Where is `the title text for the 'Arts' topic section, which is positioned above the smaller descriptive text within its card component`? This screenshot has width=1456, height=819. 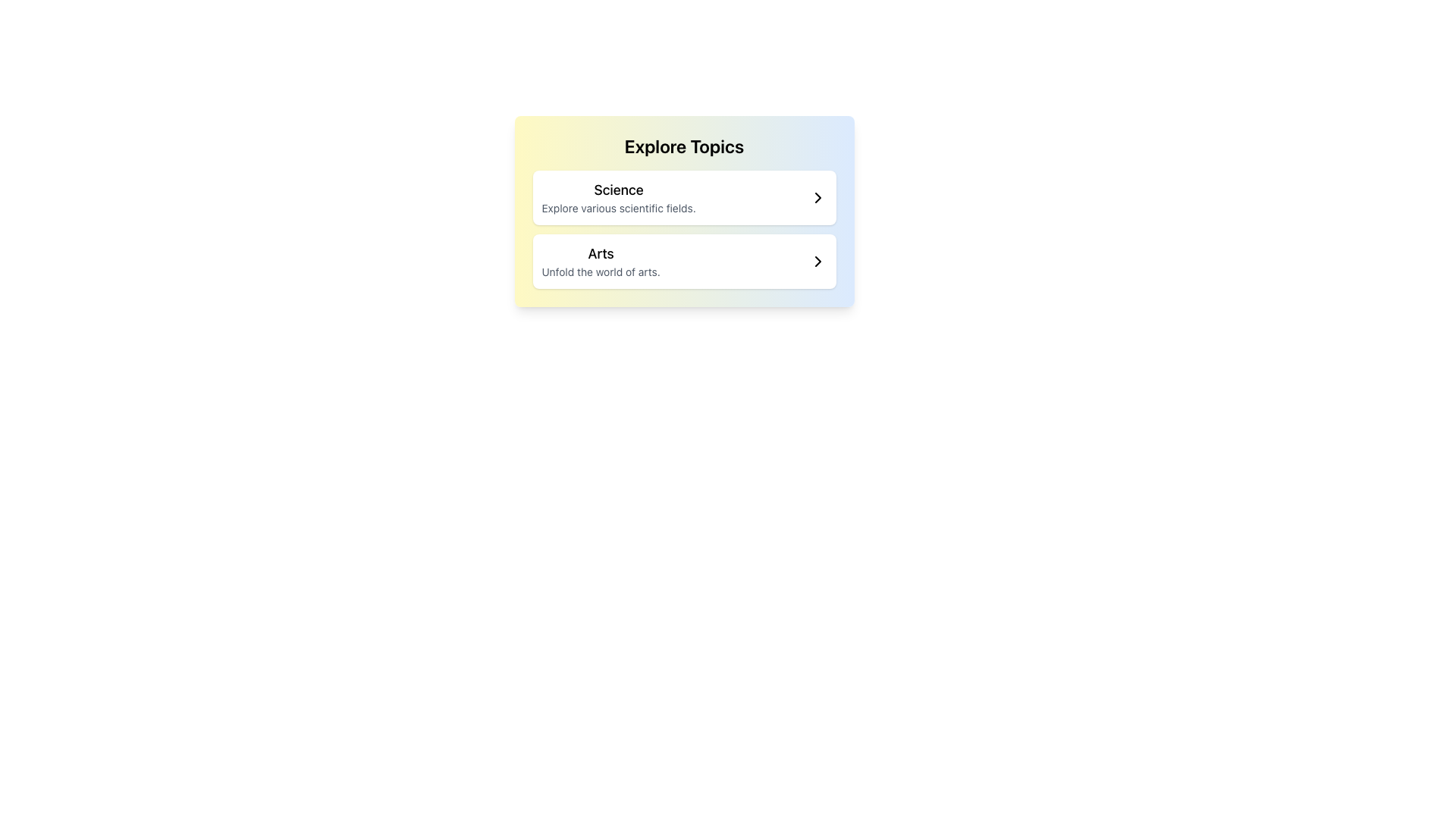 the title text for the 'Arts' topic section, which is positioned above the smaller descriptive text within its card component is located at coordinates (600, 253).